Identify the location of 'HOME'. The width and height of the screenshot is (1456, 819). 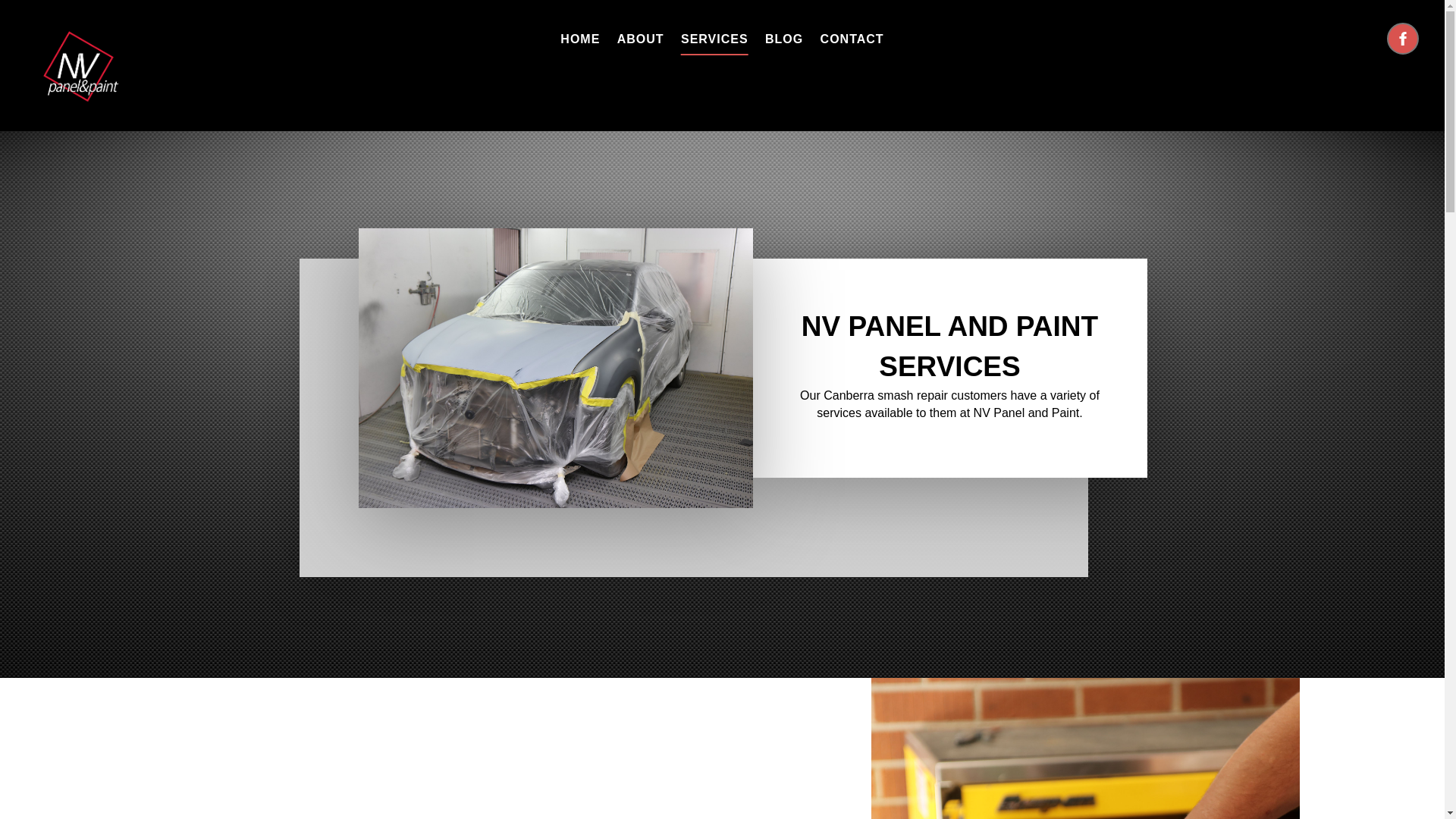
(579, 38).